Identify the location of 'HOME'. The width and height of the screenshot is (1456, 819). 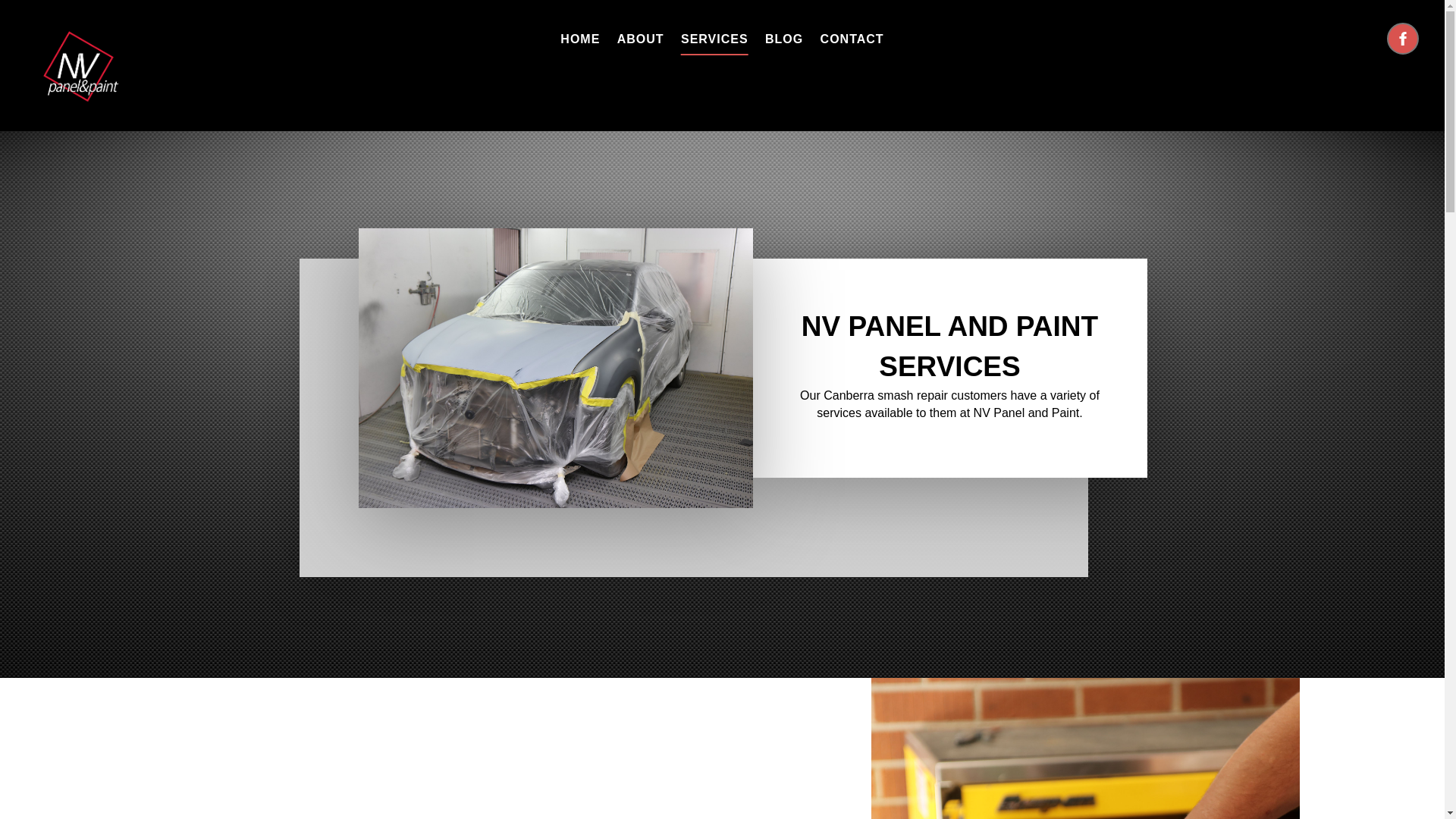
(579, 38).